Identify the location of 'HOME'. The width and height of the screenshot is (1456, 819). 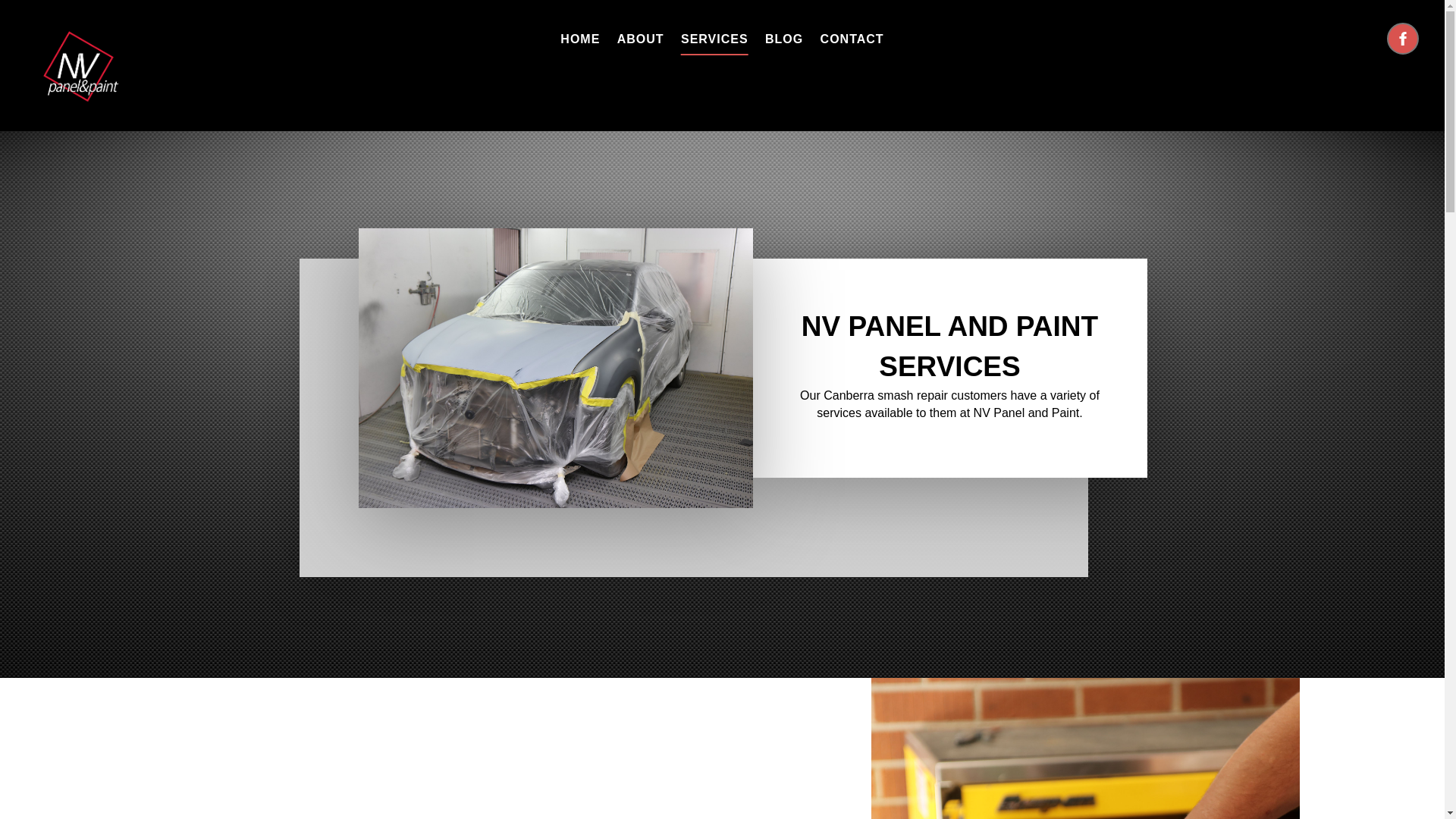
(579, 38).